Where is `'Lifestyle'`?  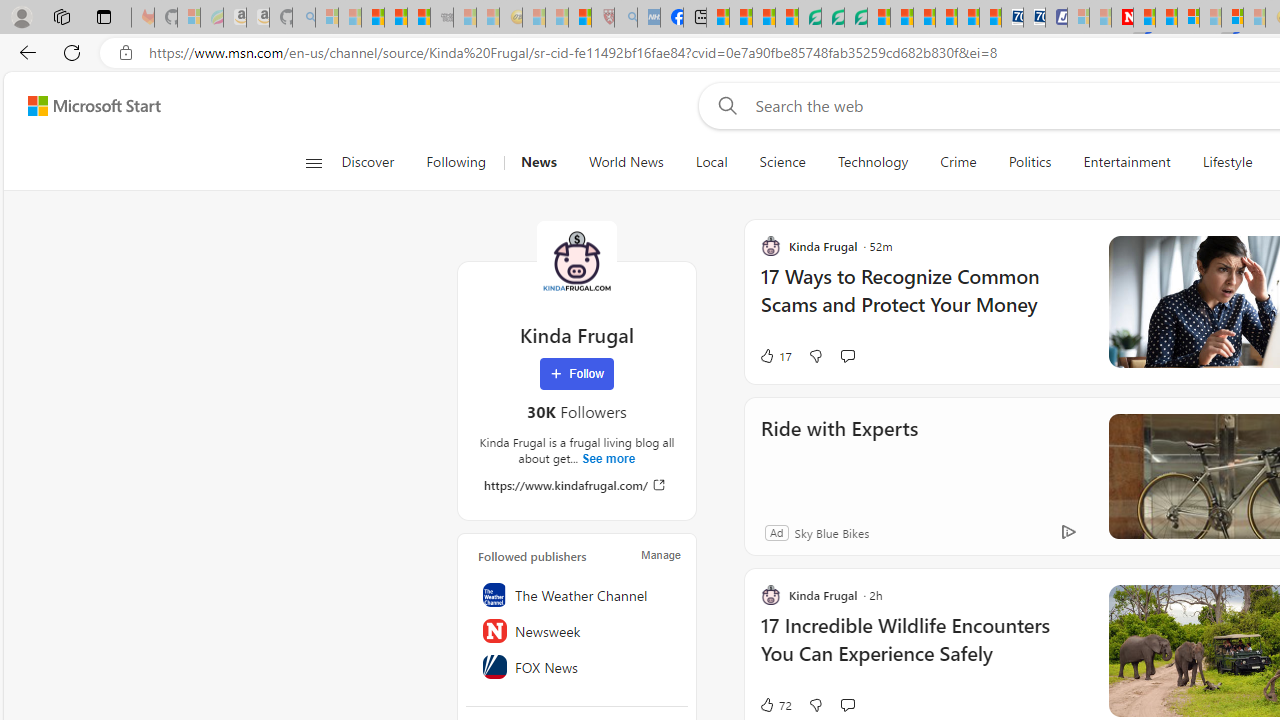
'Lifestyle' is located at coordinates (1226, 162).